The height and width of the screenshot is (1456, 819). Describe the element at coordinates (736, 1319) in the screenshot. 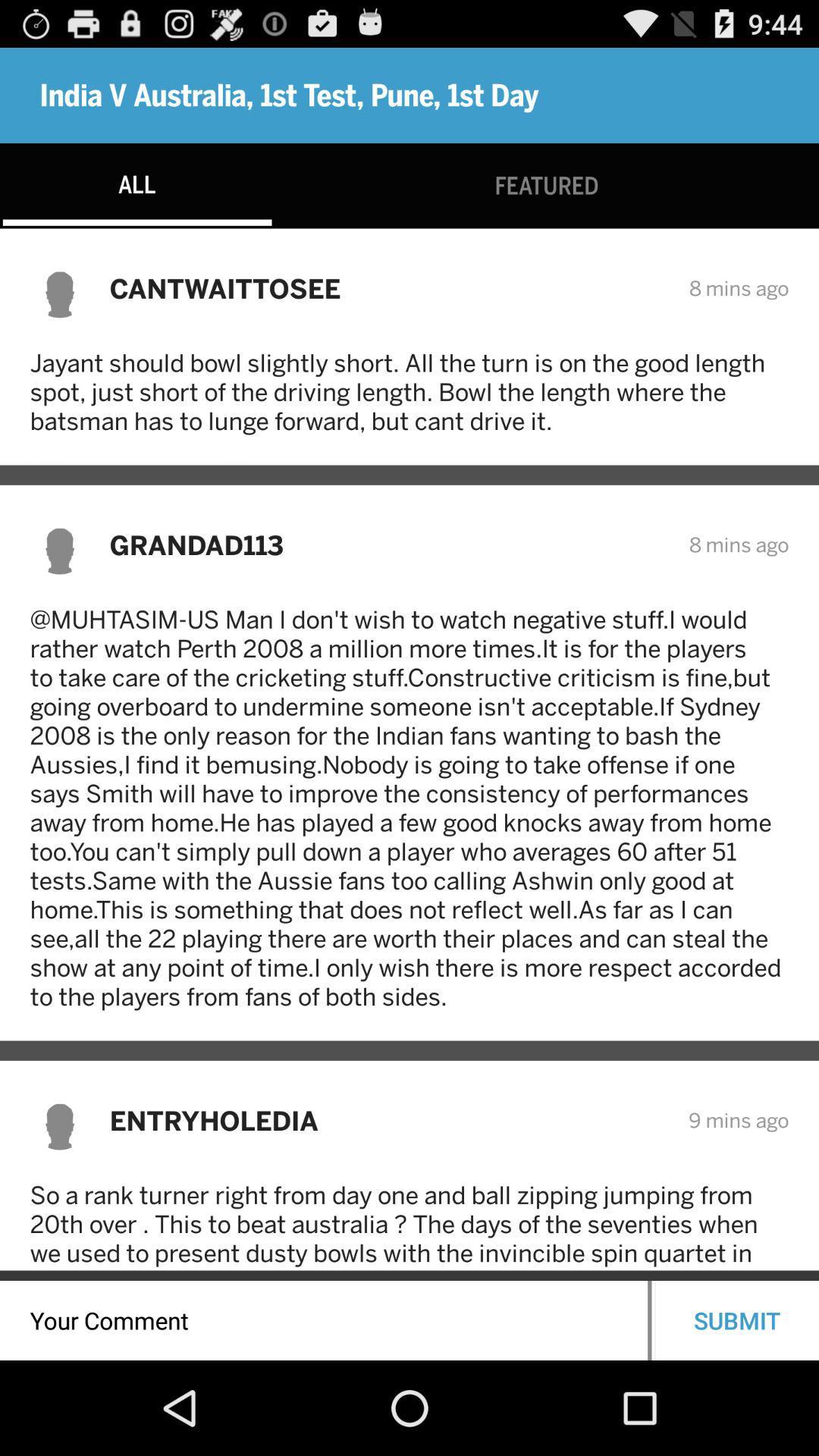

I see `the submit icon` at that location.